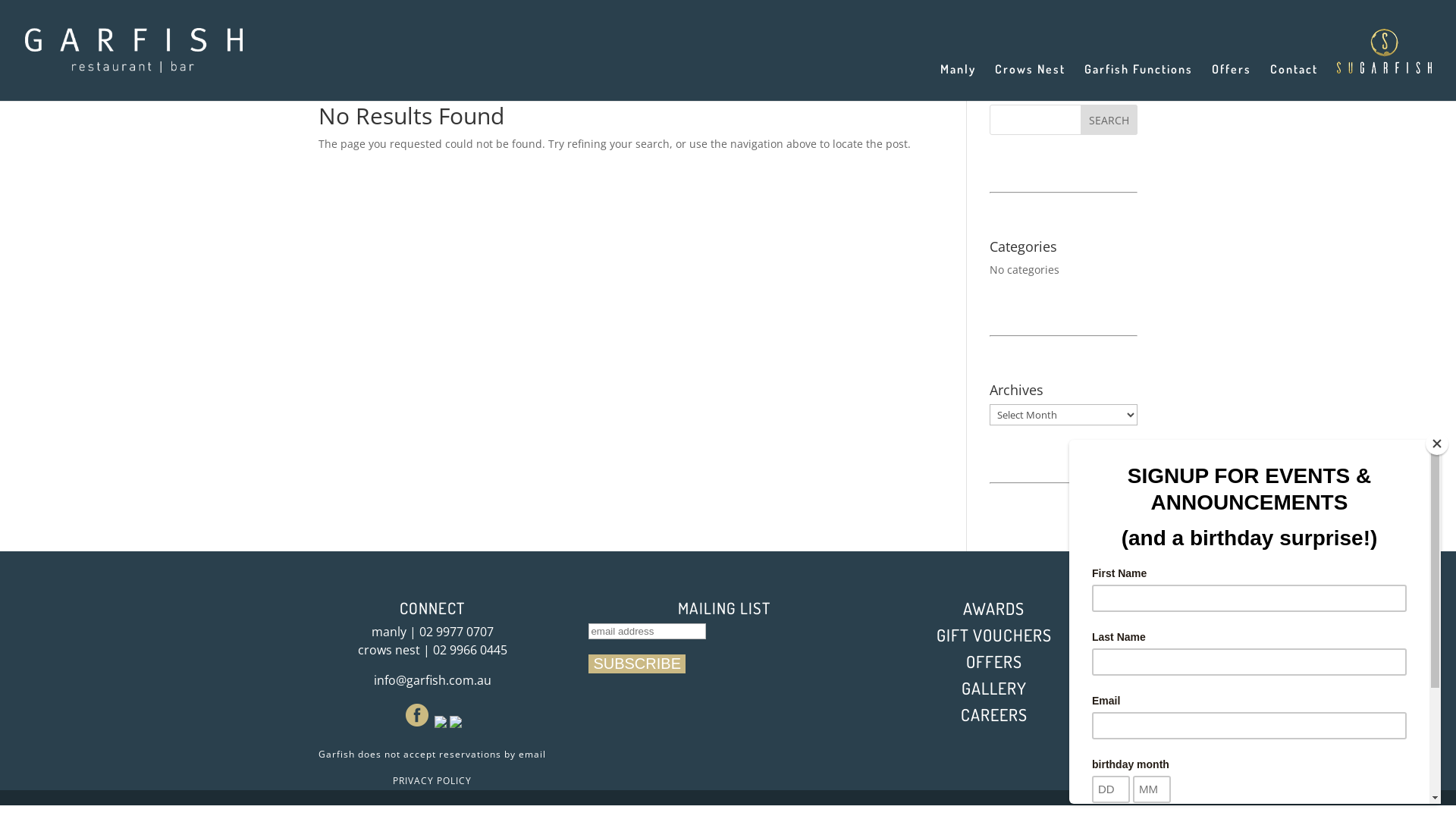 The height and width of the screenshot is (819, 1456). I want to click on 'Garfish Functions', so click(1138, 82).